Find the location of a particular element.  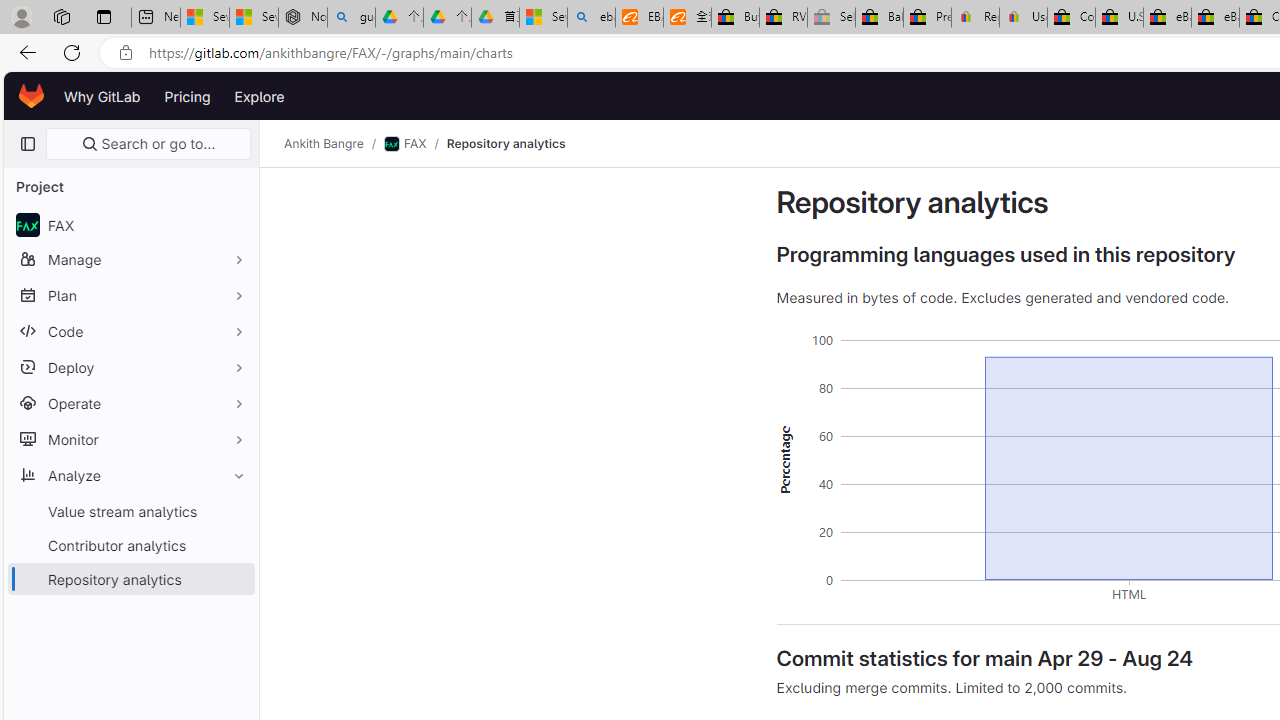

'Plan' is located at coordinates (130, 295).